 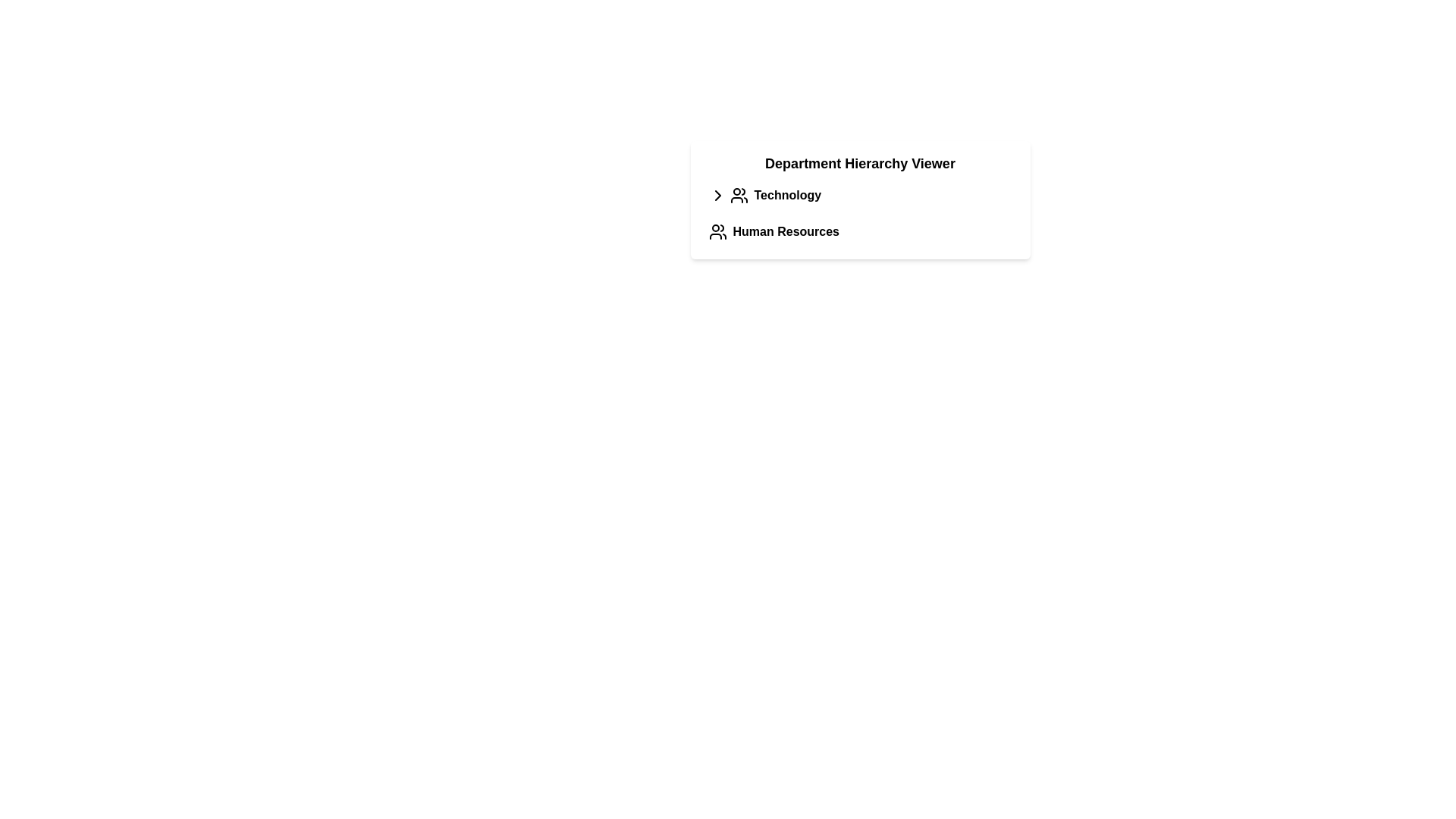 What do you see at coordinates (739, 195) in the screenshot?
I see `the group of people icon, which is located to the left of the 'Technology' text, as an indicator` at bounding box center [739, 195].